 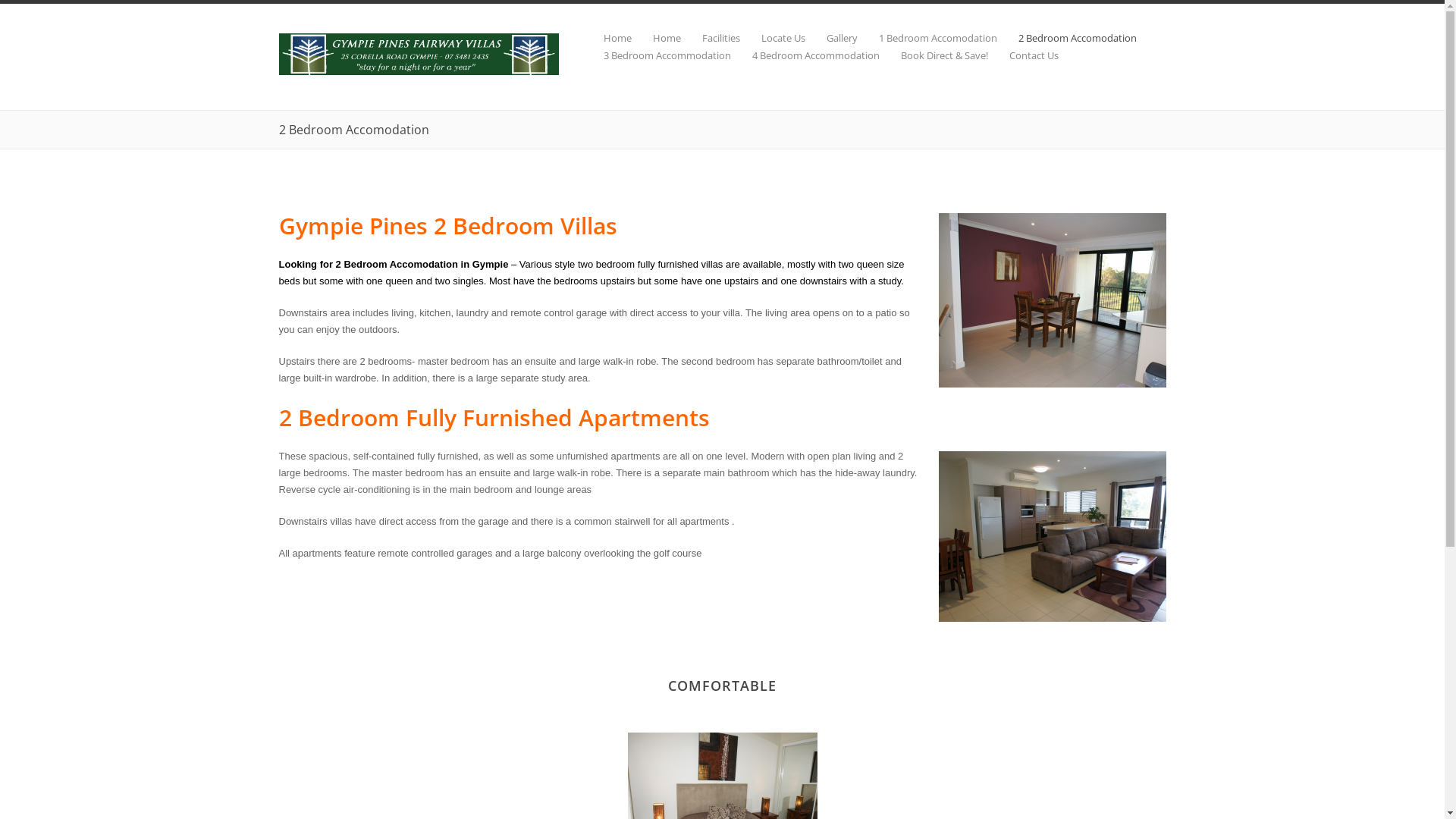 I want to click on 'Home', so click(x=655, y=37).